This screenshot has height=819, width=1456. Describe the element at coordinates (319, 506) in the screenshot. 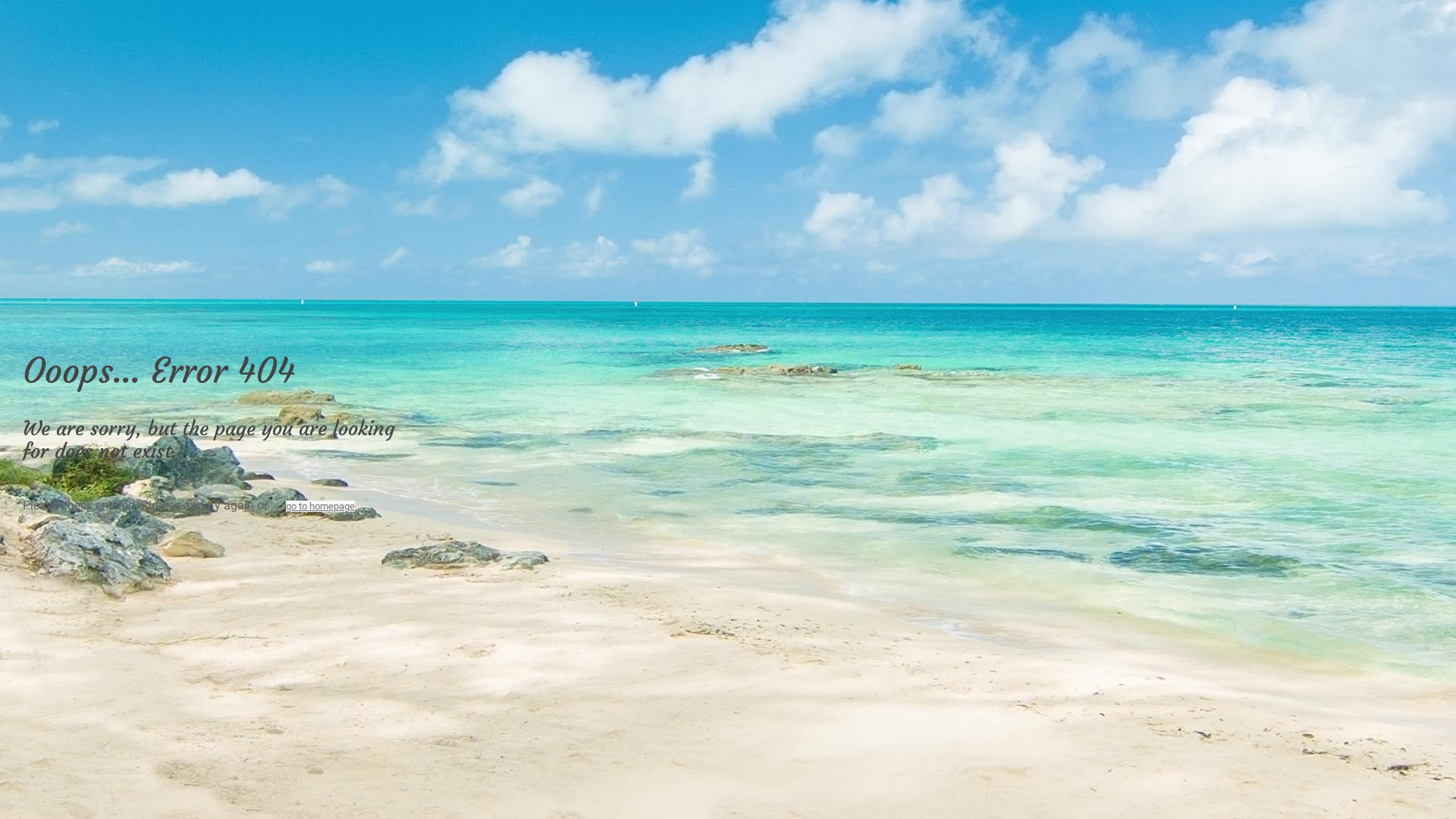

I see `'go to homepage'` at that location.